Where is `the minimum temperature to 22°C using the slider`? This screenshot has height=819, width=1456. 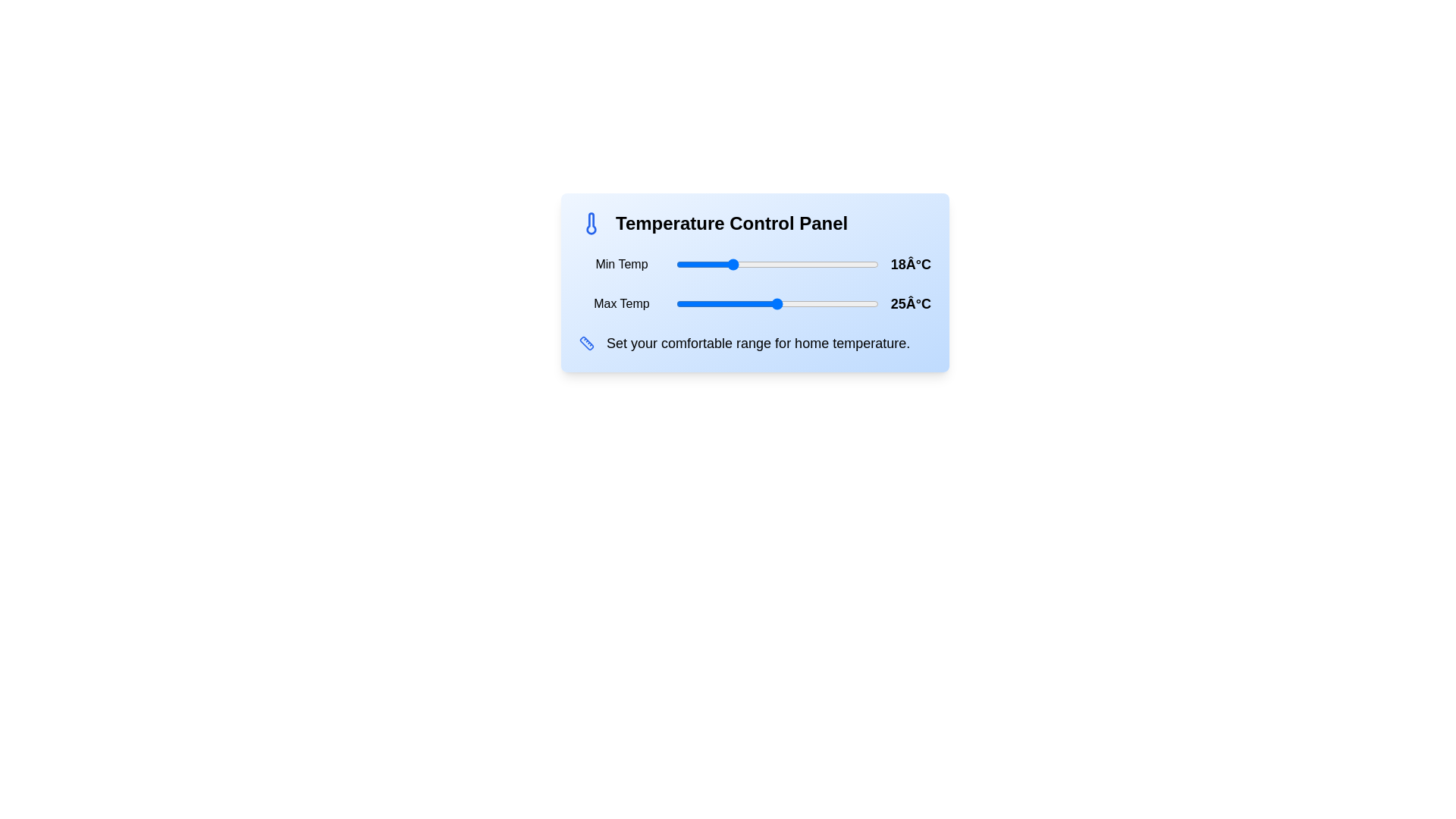
the minimum temperature to 22°C using the slider is located at coordinates (757, 263).